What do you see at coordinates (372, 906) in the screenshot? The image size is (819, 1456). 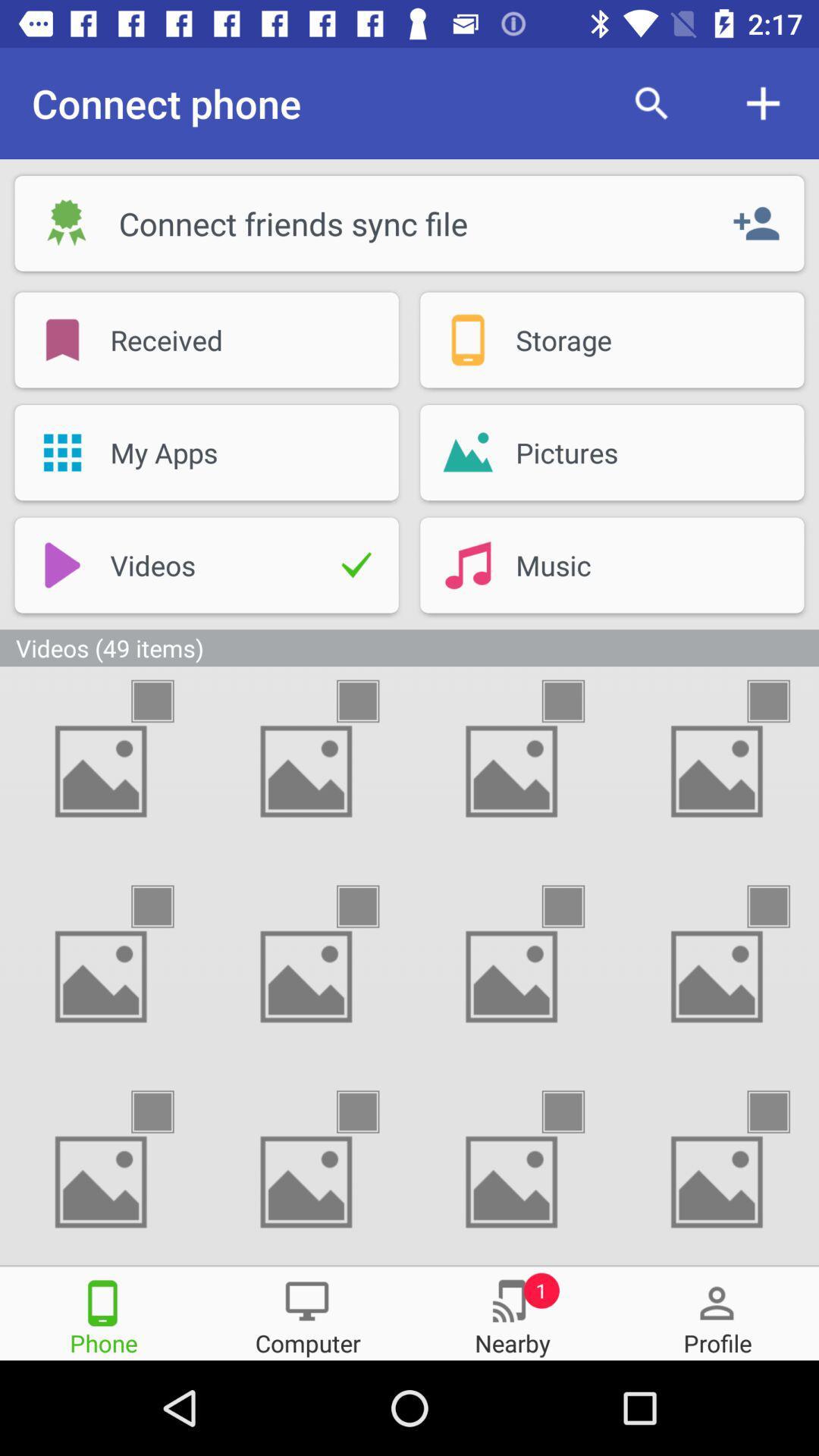 I see `to mark the video` at bounding box center [372, 906].